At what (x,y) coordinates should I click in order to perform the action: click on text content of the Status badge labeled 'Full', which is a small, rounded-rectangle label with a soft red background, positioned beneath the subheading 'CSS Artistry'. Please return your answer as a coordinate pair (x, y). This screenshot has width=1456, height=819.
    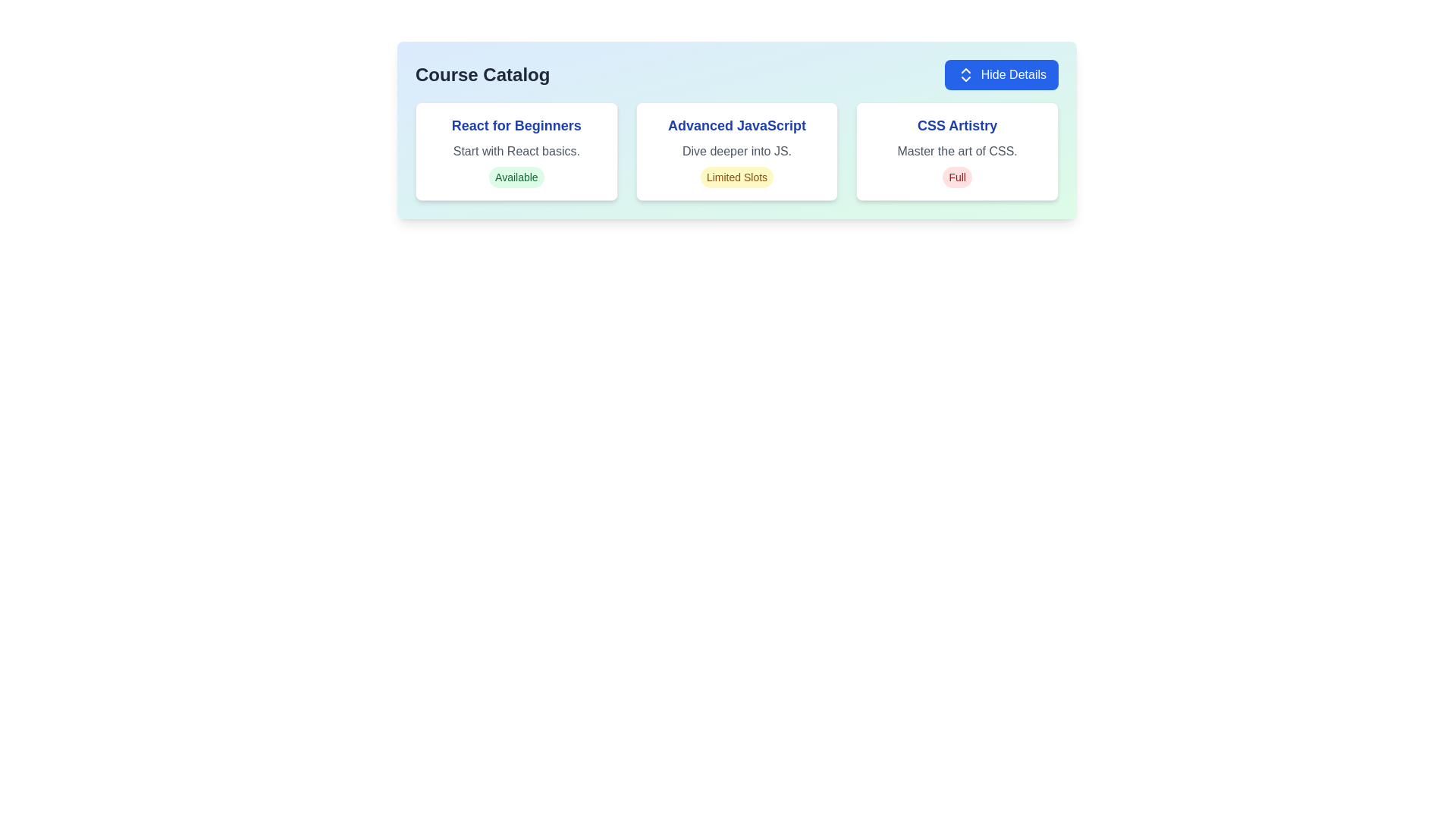
    Looking at the image, I should click on (956, 177).